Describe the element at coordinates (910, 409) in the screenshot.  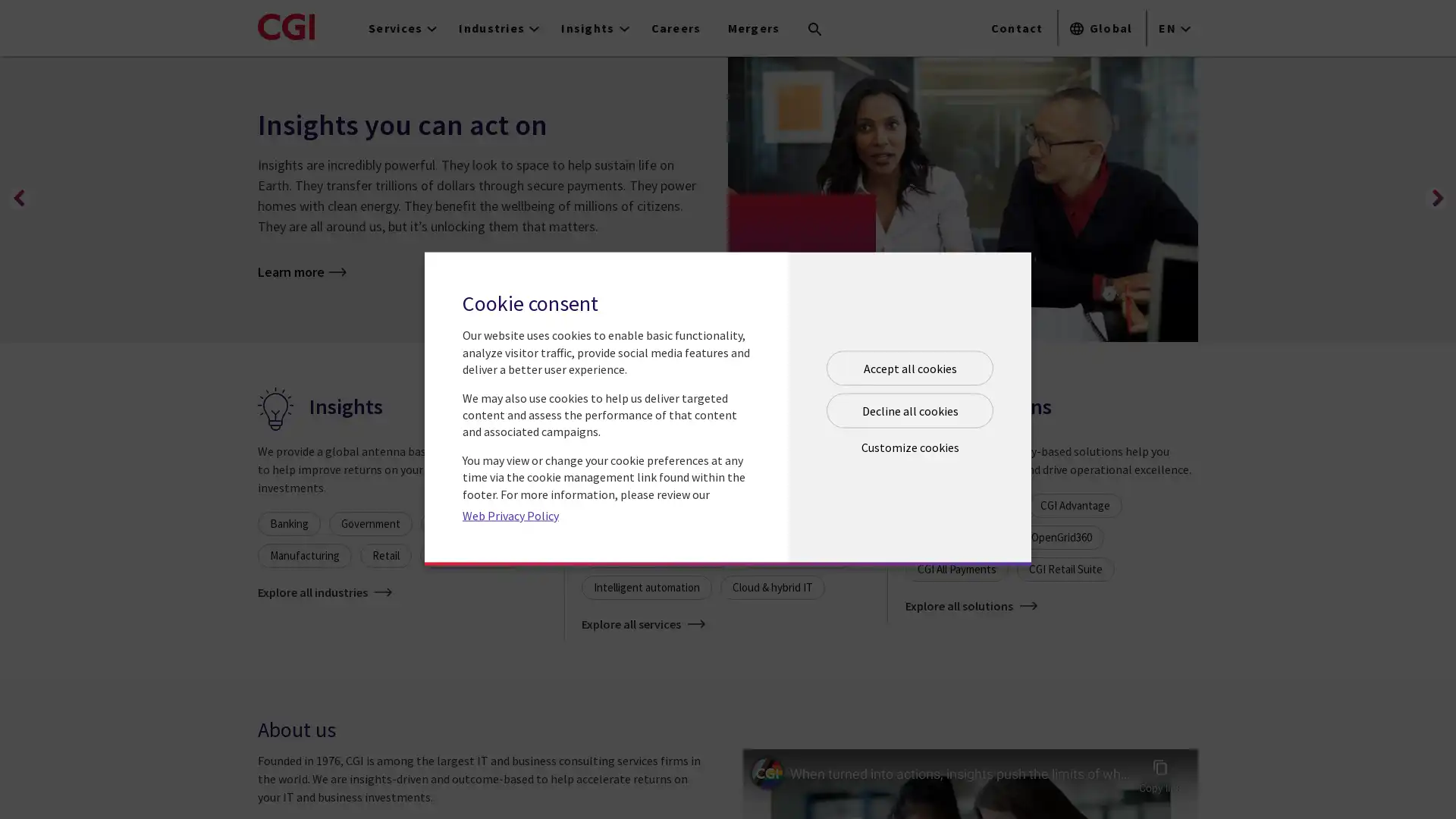
I see `Decline all cookies` at that location.